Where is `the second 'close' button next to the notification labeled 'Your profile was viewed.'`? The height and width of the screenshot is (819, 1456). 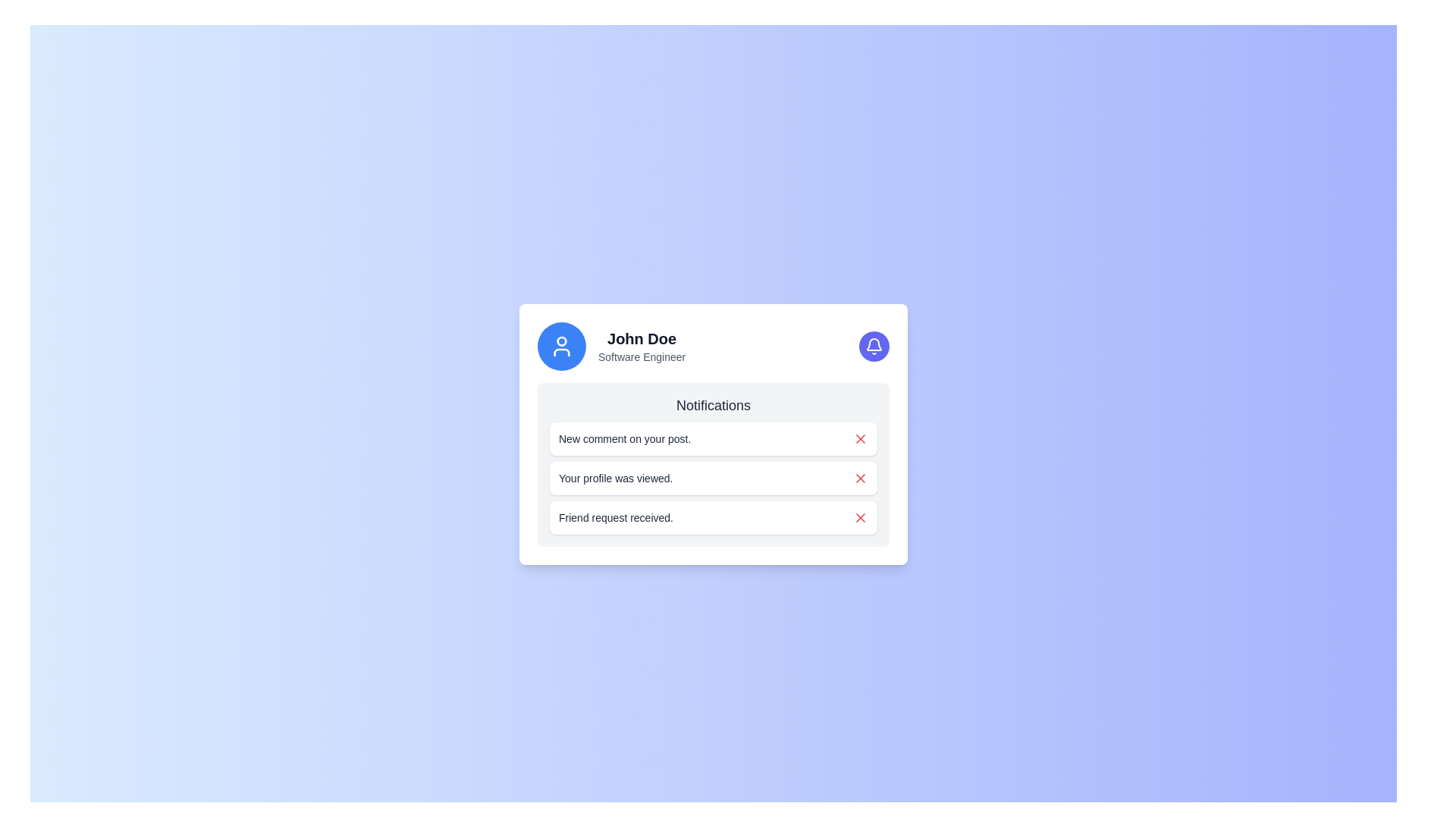
the second 'close' button next to the notification labeled 'Your profile was viewed.' is located at coordinates (860, 479).